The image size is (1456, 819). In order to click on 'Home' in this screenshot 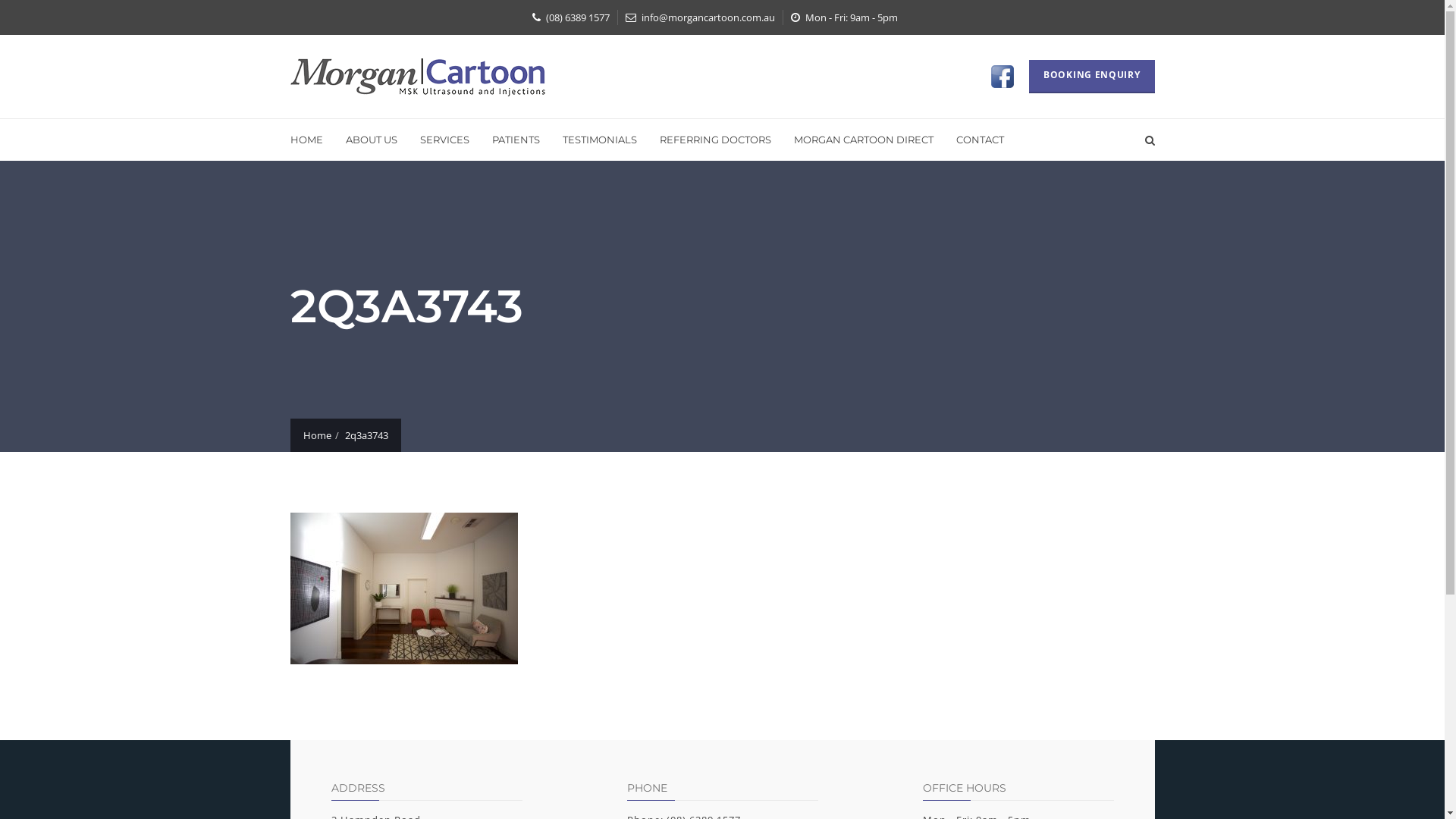, I will do `click(303, 435)`.